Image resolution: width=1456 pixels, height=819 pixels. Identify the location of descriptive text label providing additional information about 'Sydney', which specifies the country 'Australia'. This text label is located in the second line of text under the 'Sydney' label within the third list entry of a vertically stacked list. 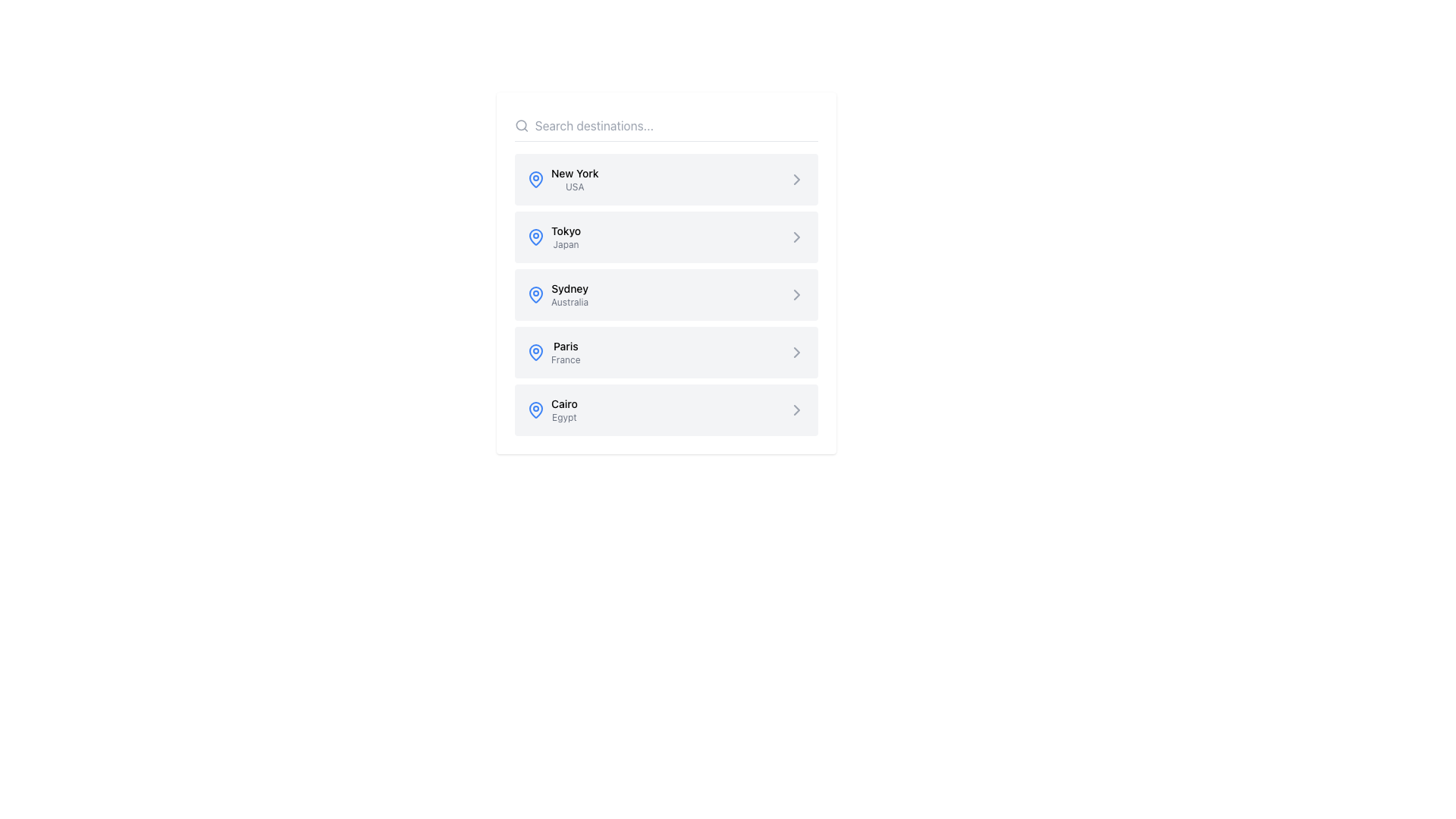
(569, 302).